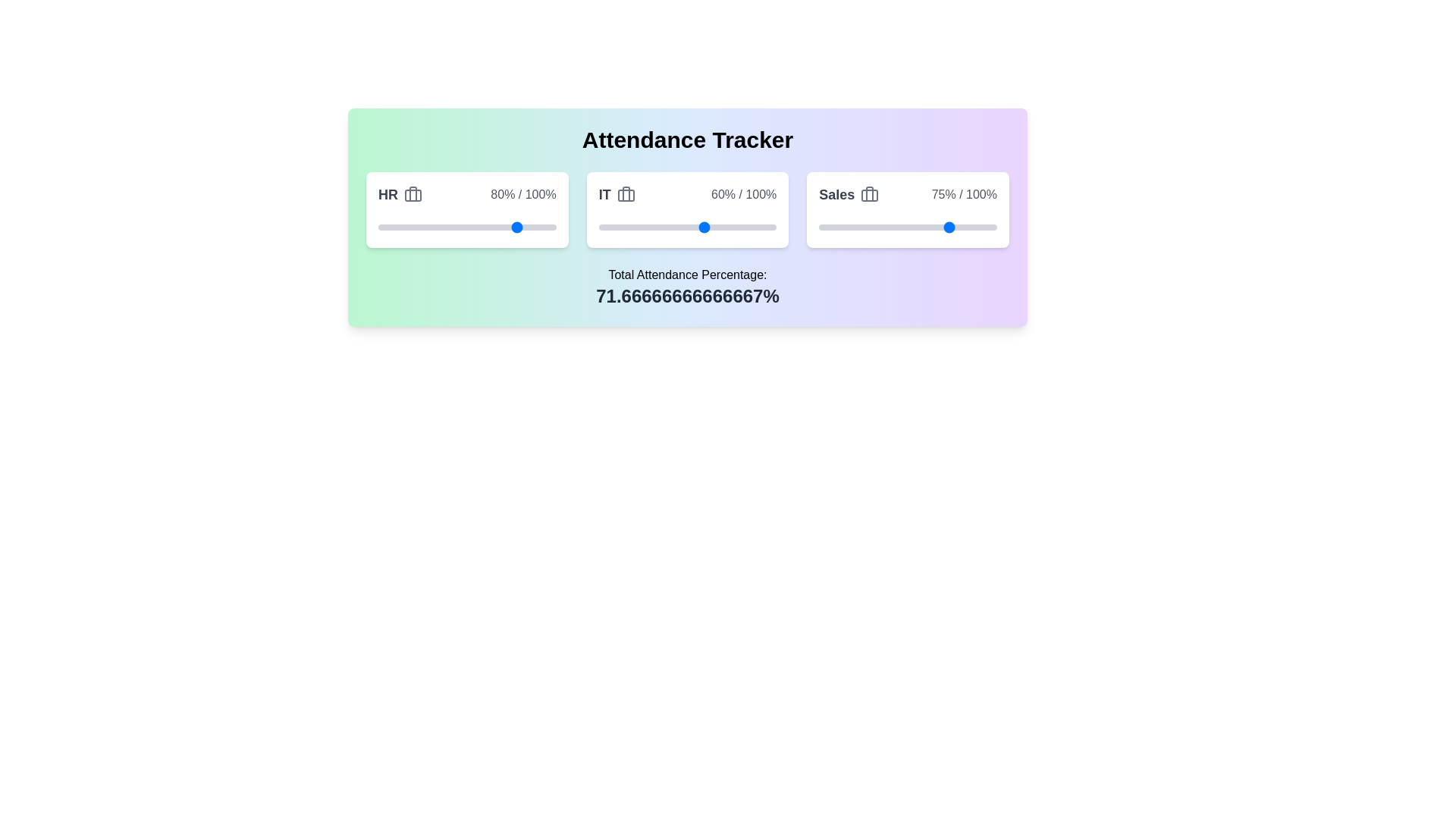 The image size is (1456, 819). Describe the element at coordinates (674, 227) in the screenshot. I see `the slider value` at that location.